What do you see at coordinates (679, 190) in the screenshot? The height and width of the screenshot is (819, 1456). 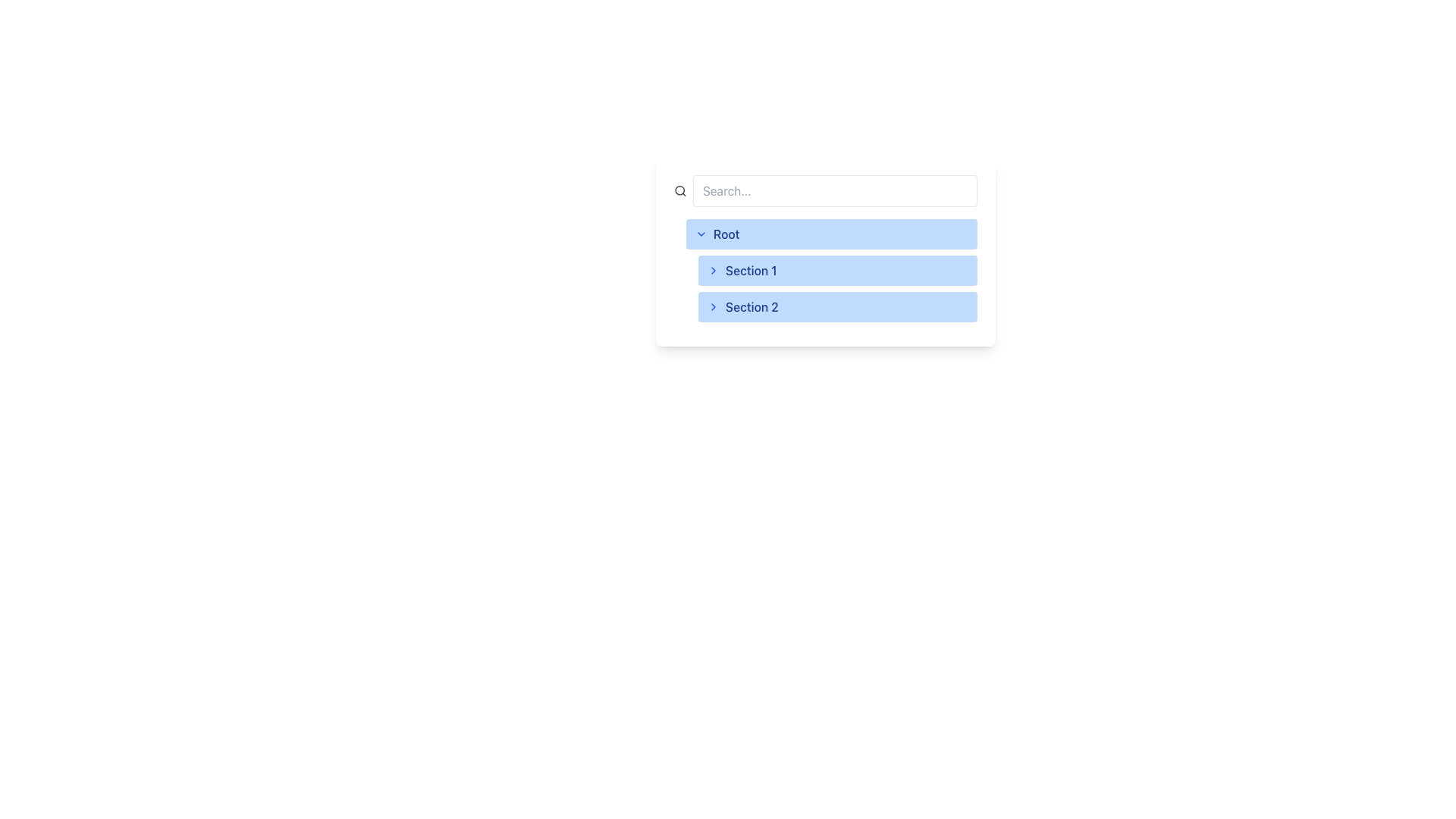 I see `the central circle of the gray search icon, which is part of the magnifying glass representation located to the left of the search input box` at bounding box center [679, 190].